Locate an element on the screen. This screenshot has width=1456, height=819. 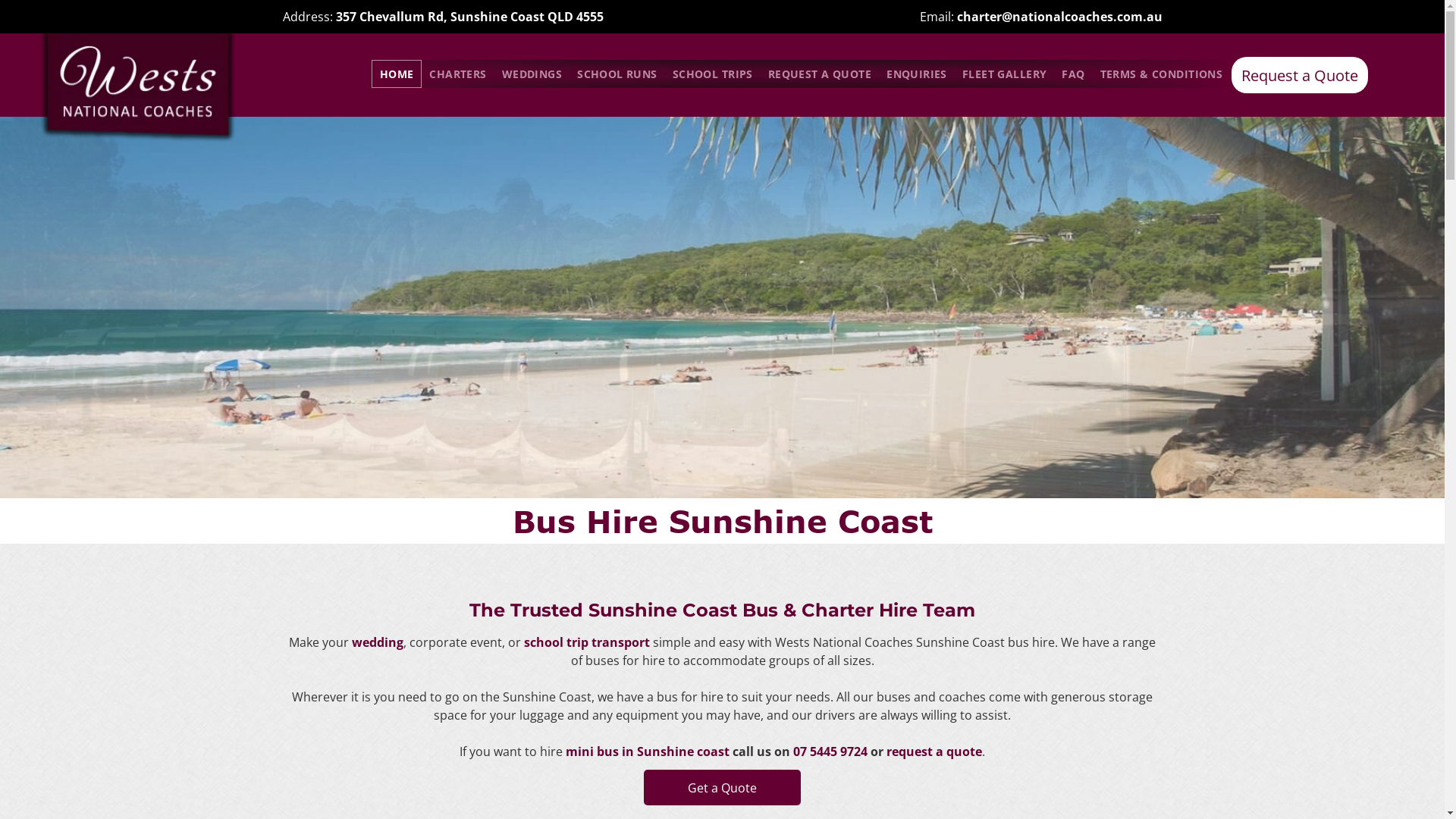
'CHARTERS' is located at coordinates (457, 74).